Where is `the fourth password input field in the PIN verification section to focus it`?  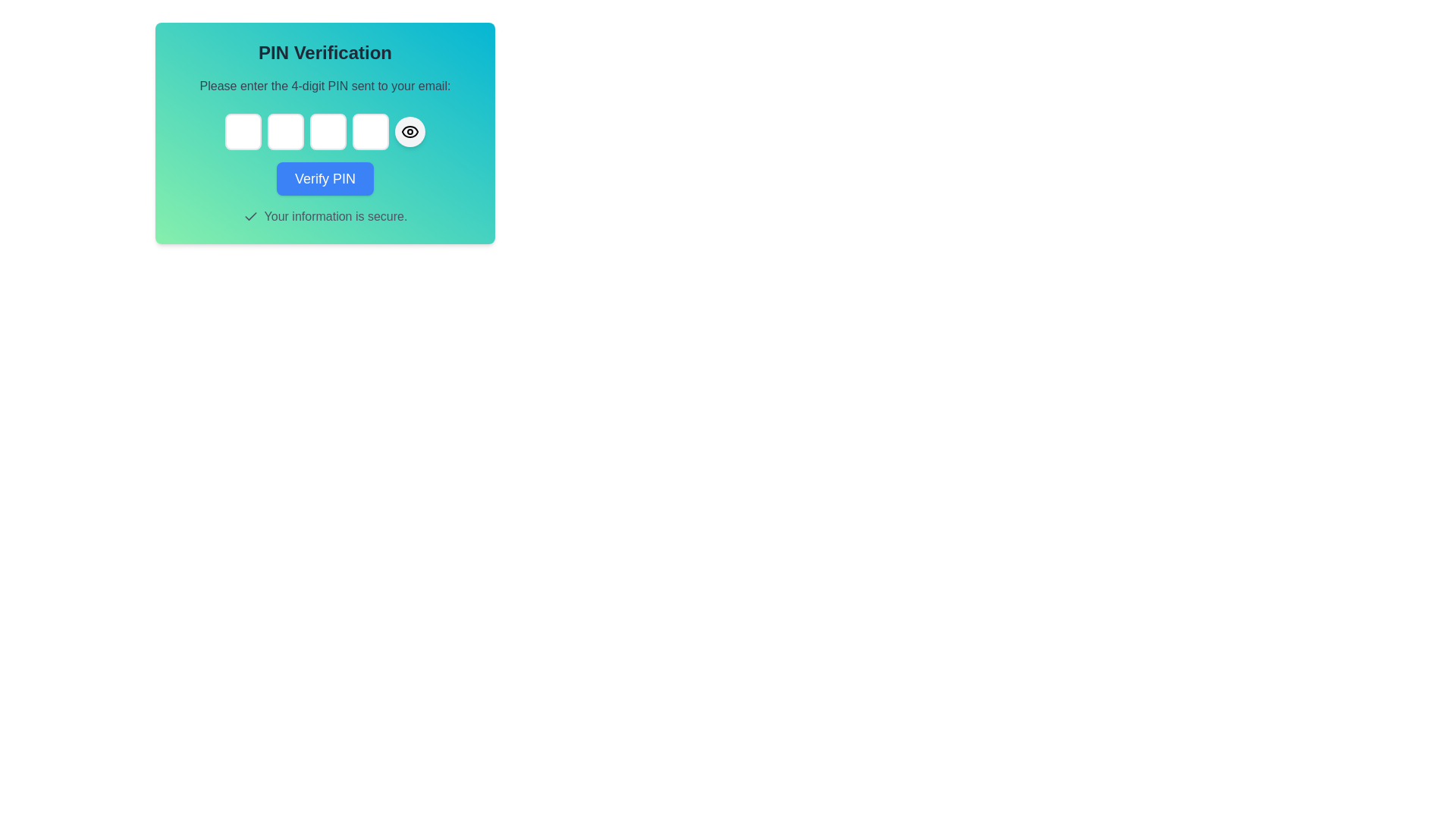 the fourth password input field in the PIN verification section to focus it is located at coordinates (371, 130).